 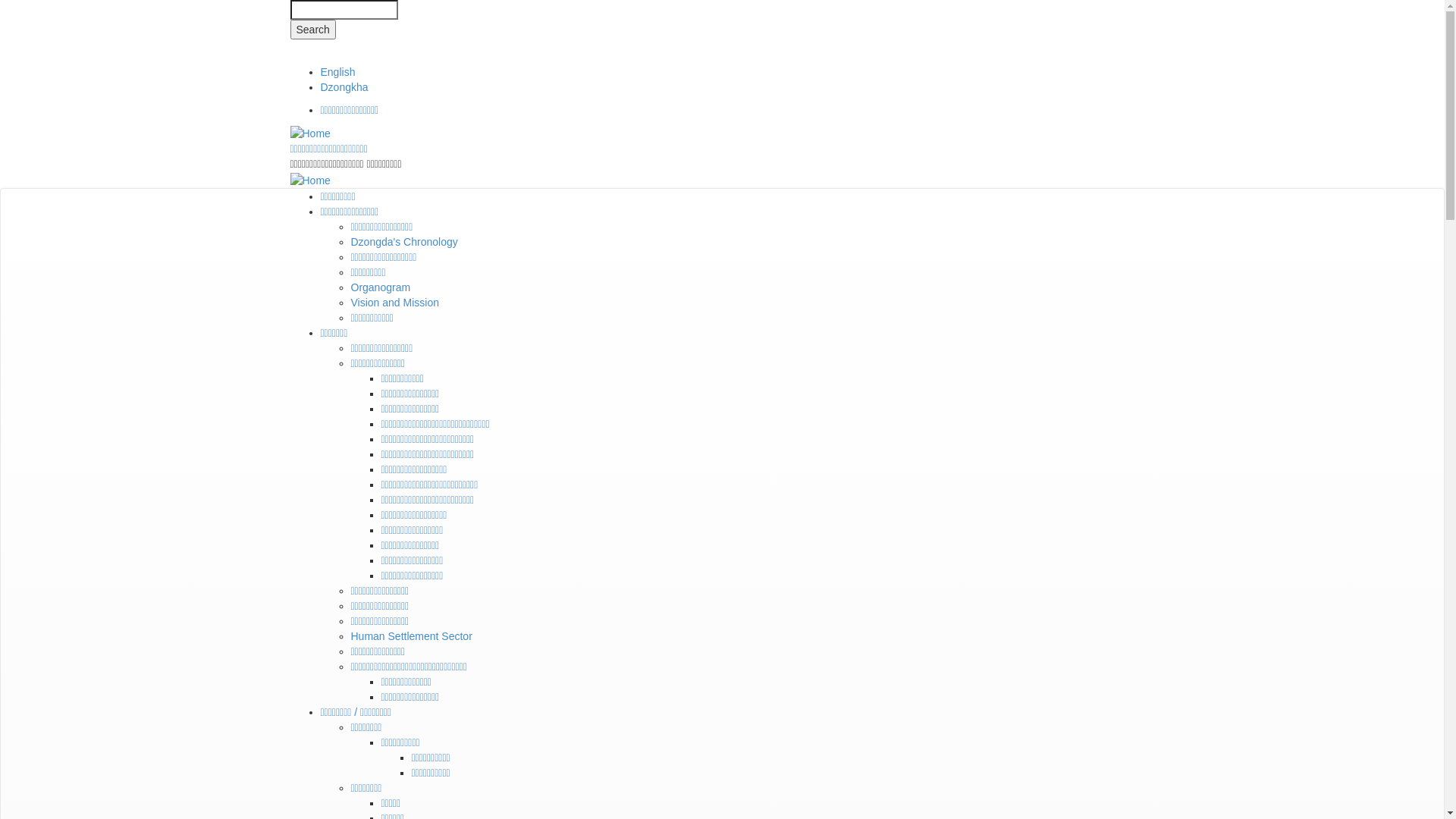 I want to click on 'English', so click(x=337, y=72).